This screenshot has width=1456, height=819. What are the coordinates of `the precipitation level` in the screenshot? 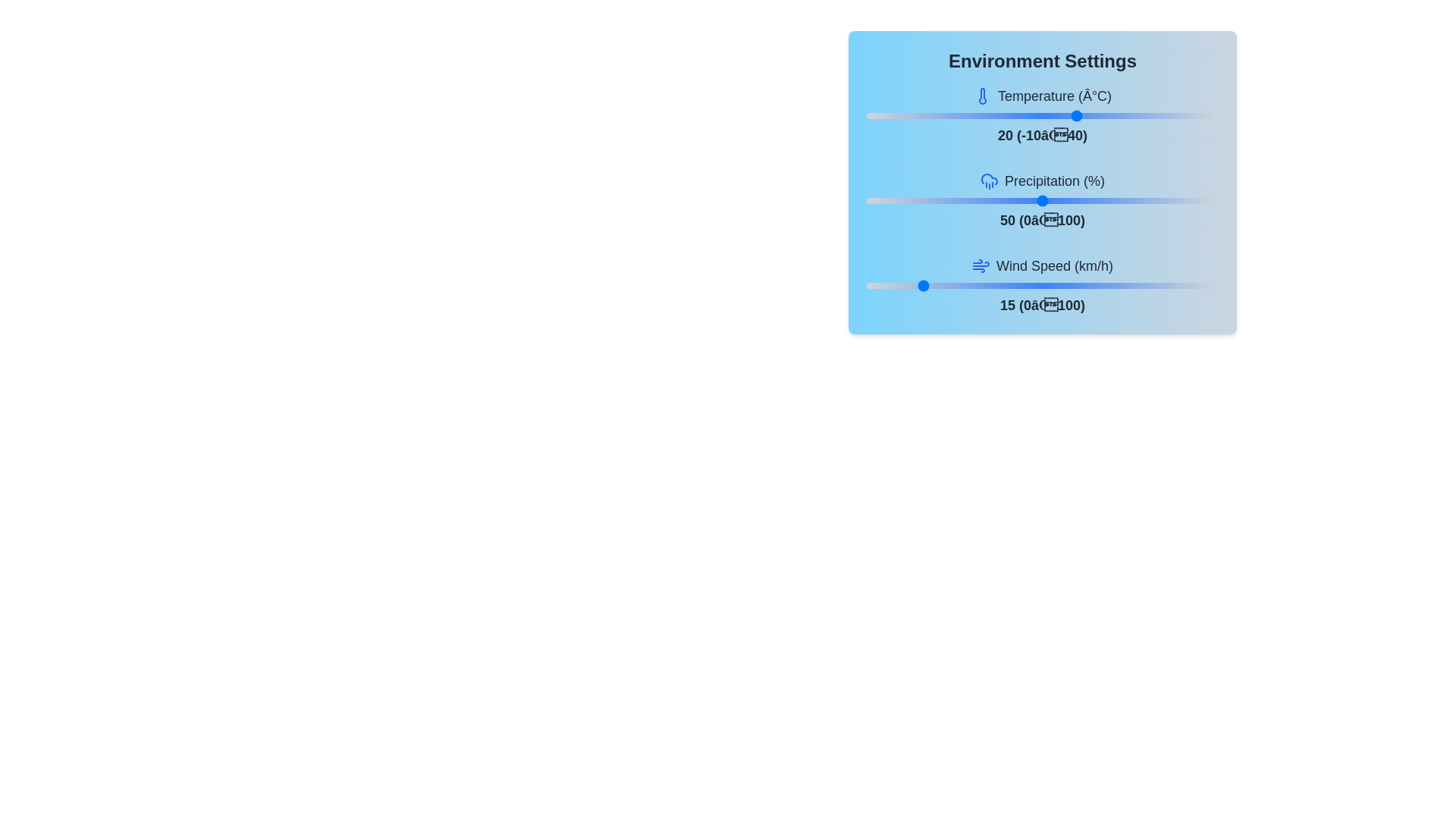 It's located at (1207, 200).